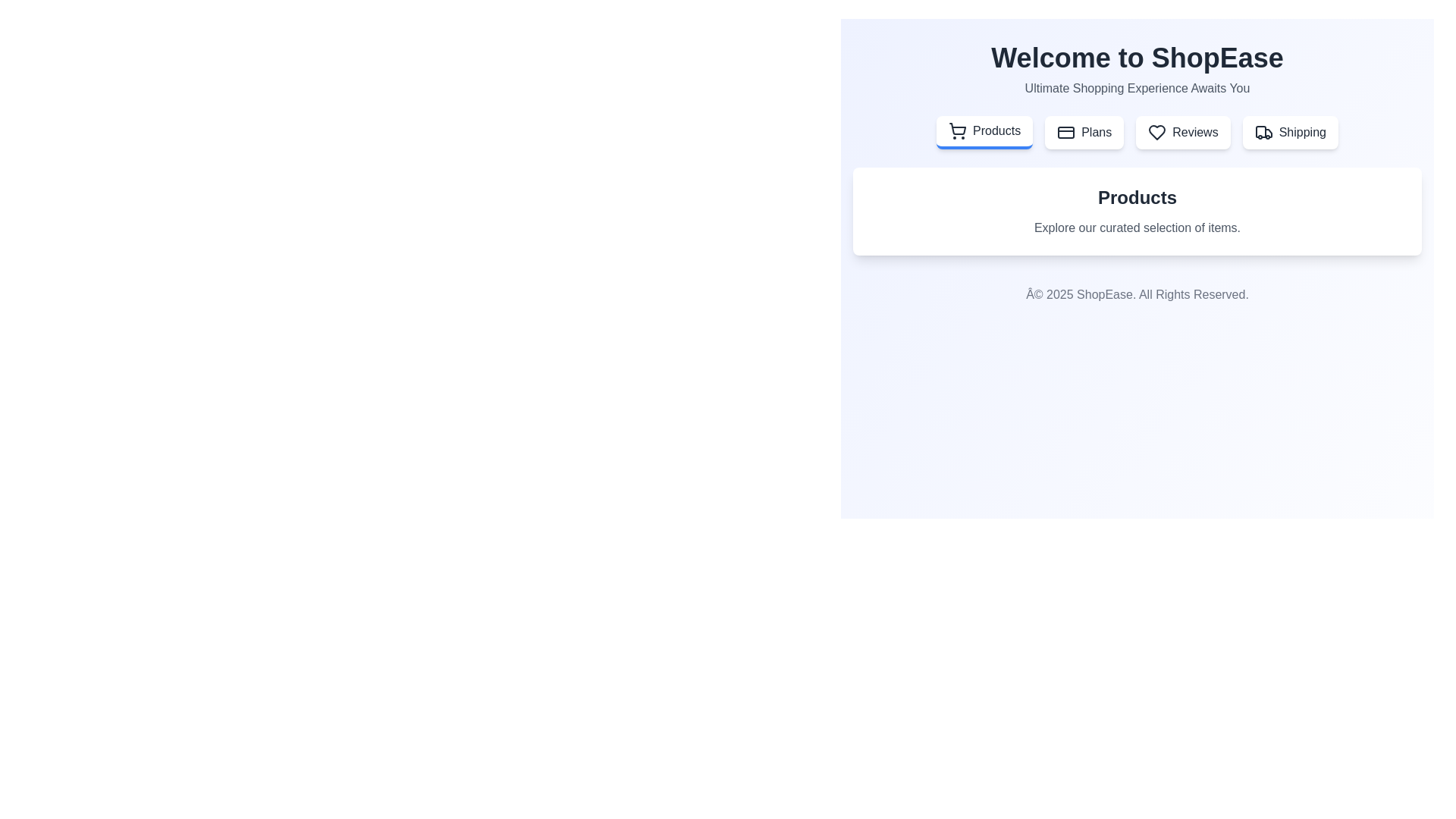 This screenshot has height=819, width=1456. What do you see at coordinates (1301, 131) in the screenshot?
I see `the button containing the 'Shipping' text label` at bounding box center [1301, 131].